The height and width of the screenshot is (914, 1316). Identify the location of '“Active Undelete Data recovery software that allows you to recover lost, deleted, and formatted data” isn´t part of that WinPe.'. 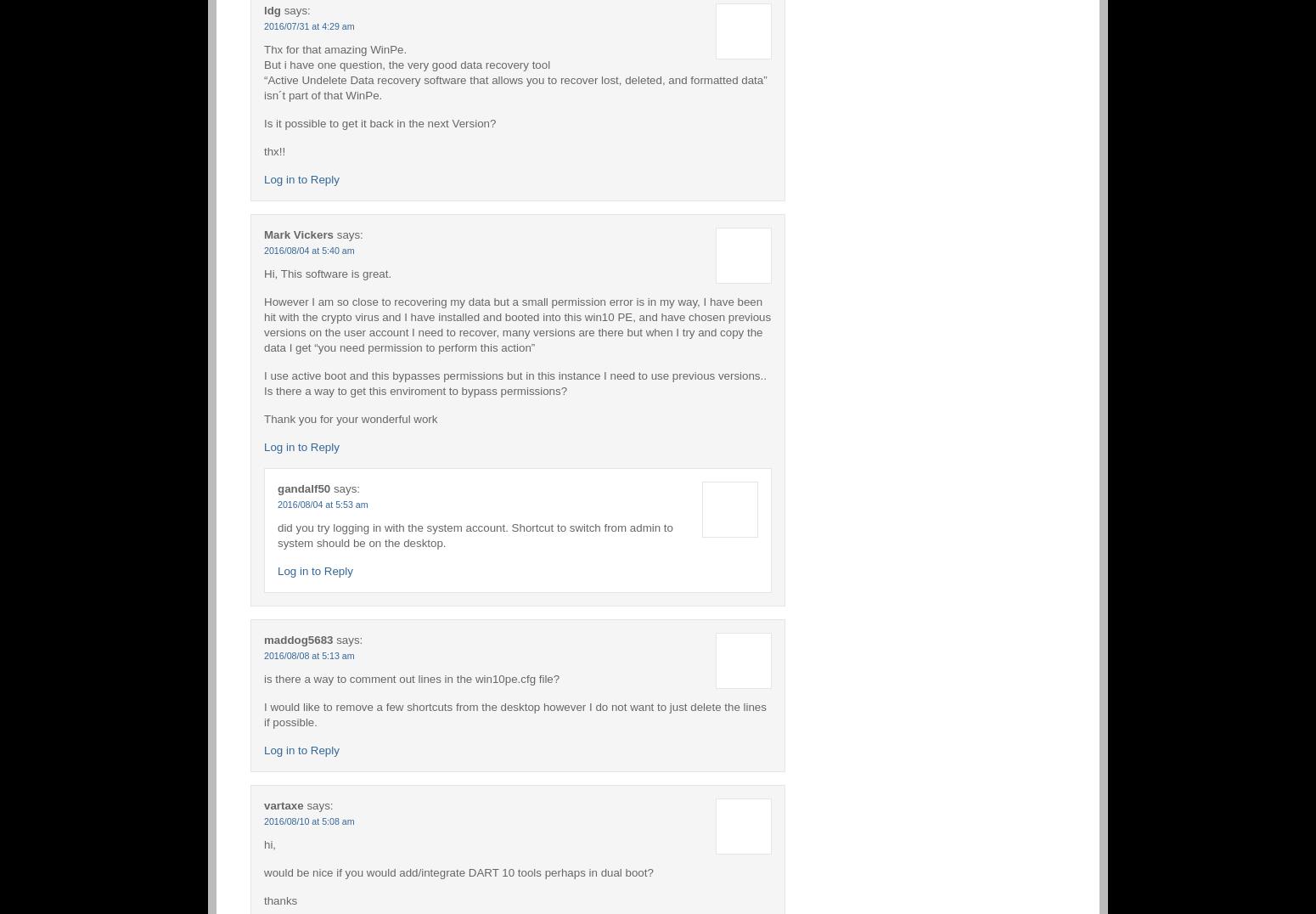
(515, 86).